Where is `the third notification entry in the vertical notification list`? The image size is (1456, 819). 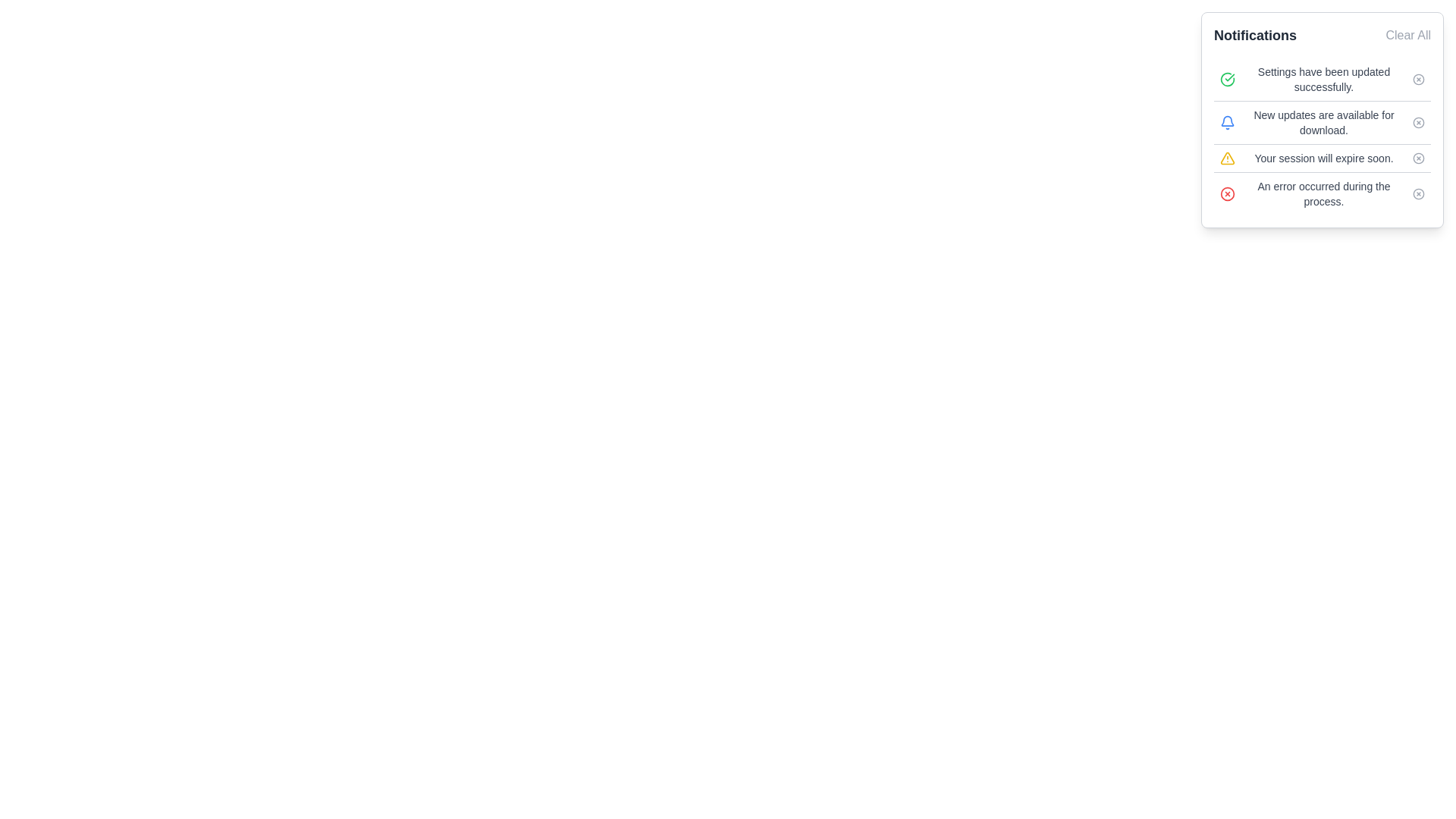 the third notification entry in the vertical notification list is located at coordinates (1321, 158).